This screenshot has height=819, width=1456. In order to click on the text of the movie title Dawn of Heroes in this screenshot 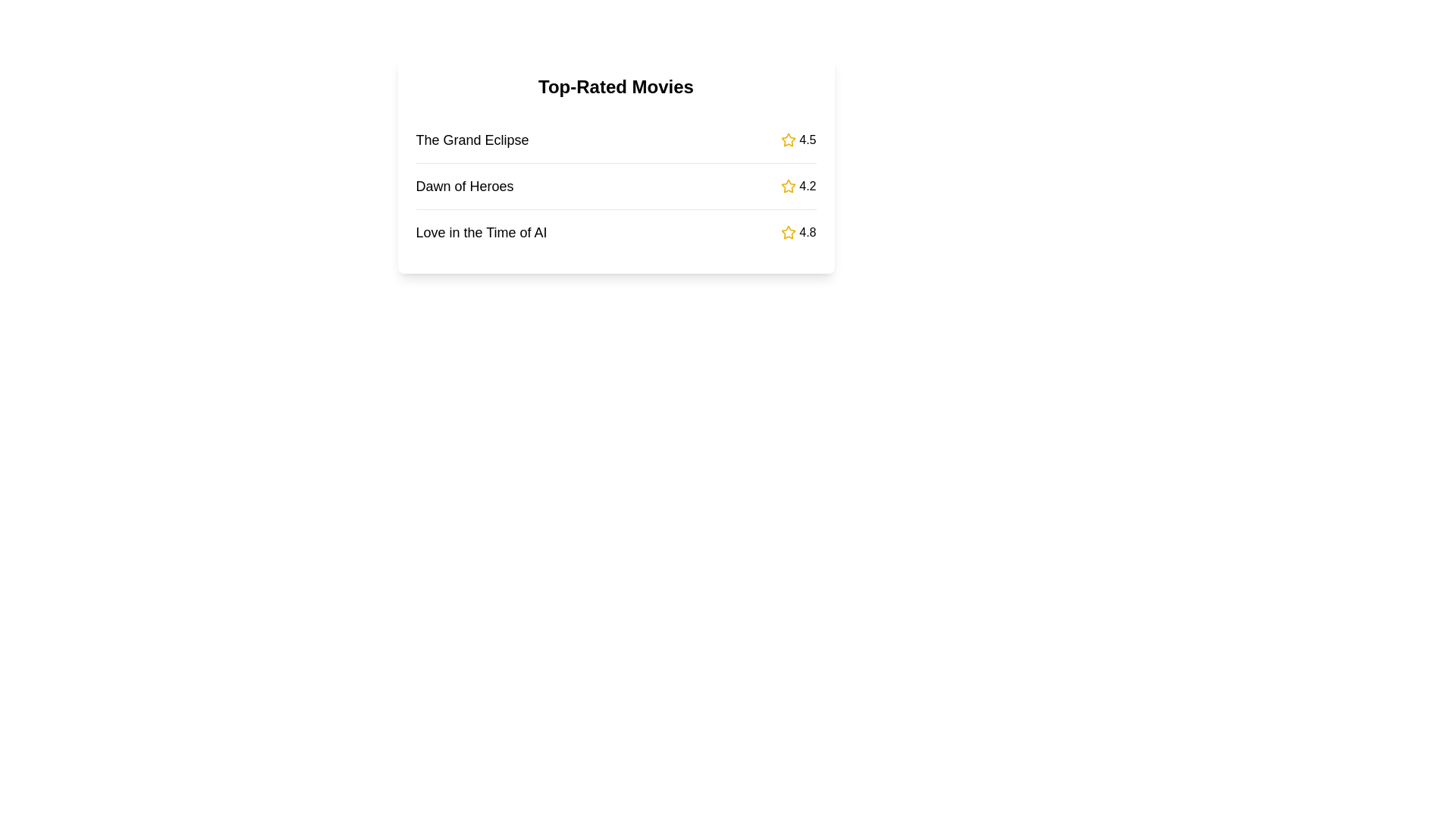, I will do `click(464, 186)`.